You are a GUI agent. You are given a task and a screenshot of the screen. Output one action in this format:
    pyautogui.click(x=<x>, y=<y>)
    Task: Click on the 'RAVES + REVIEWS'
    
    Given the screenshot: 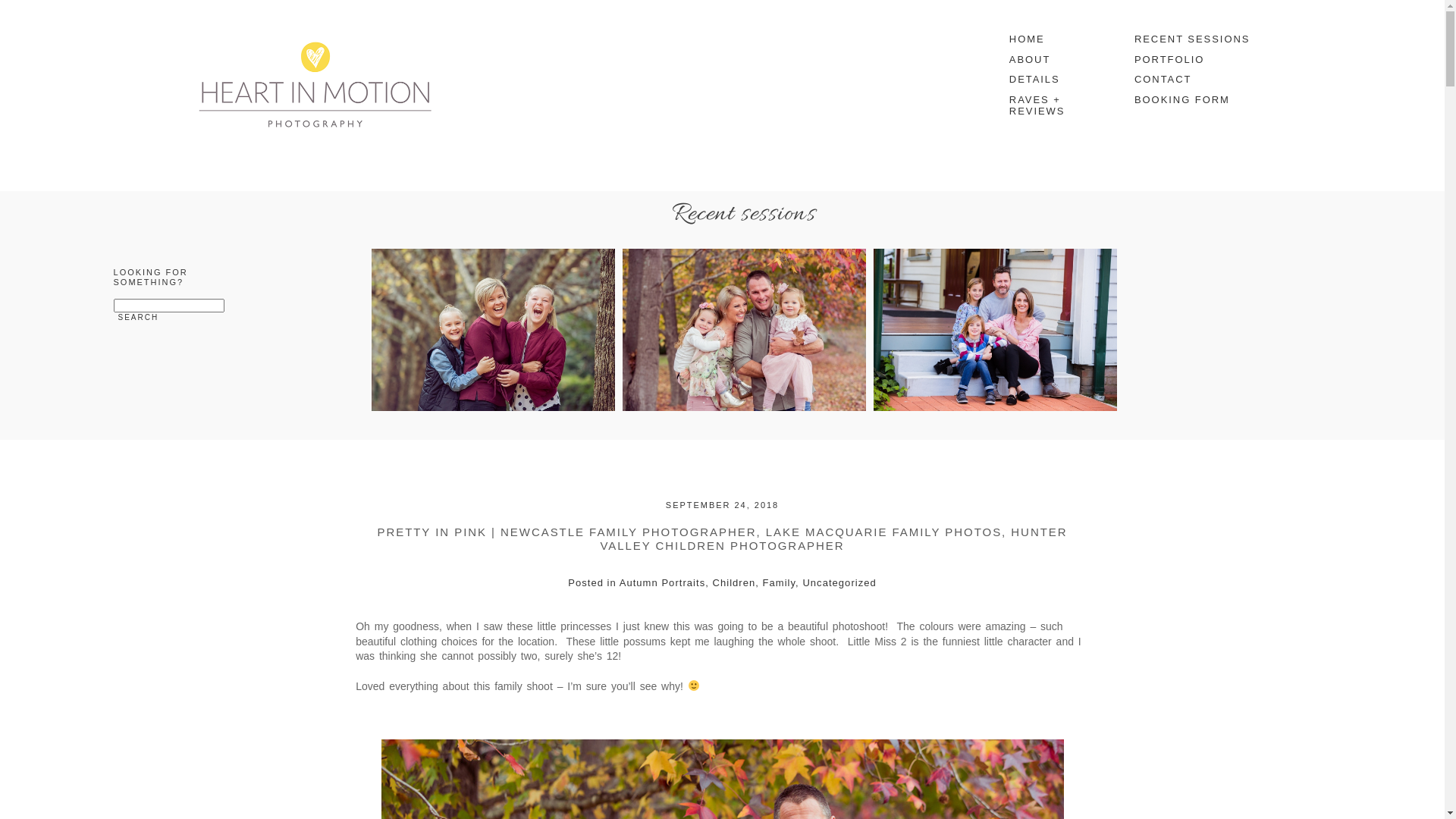 What is the action you would take?
    pyautogui.click(x=1001, y=105)
    